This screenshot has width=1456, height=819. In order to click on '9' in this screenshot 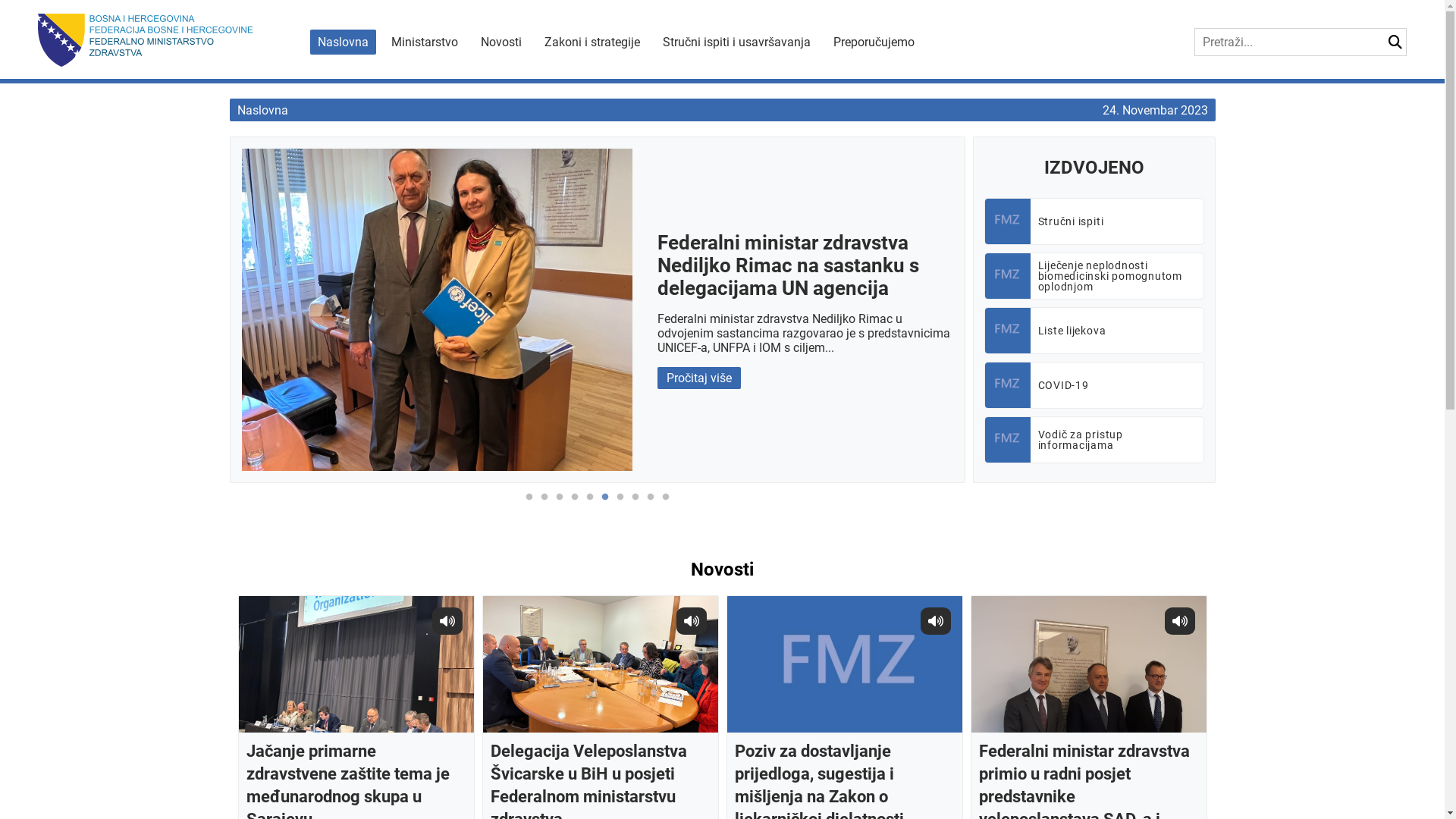, I will do `click(651, 505)`.